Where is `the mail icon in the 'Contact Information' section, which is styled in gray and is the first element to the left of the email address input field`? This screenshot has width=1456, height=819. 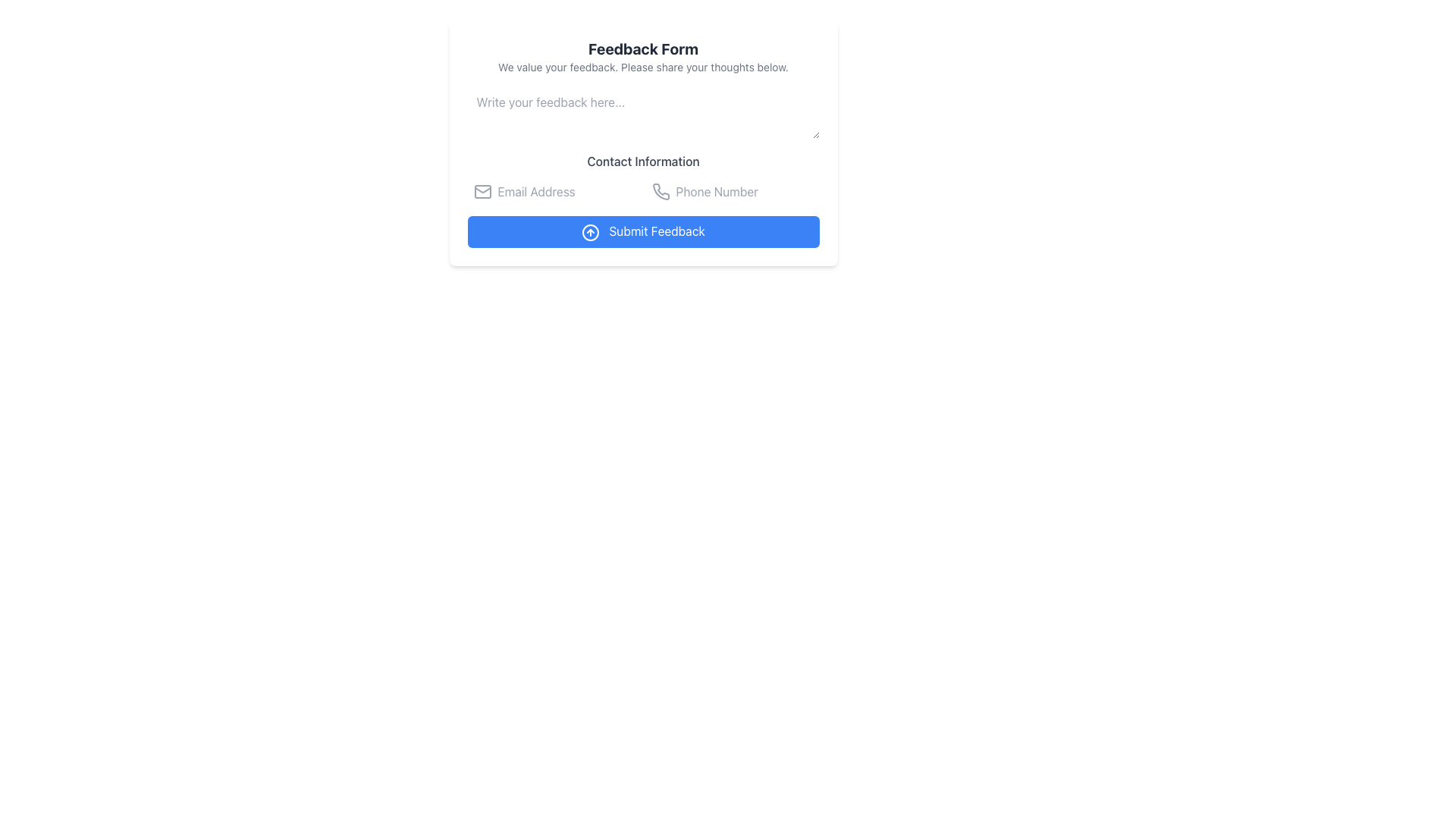
the mail icon in the 'Contact Information' section, which is styled in gray and is the first element to the left of the email address input field is located at coordinates (482, 191).